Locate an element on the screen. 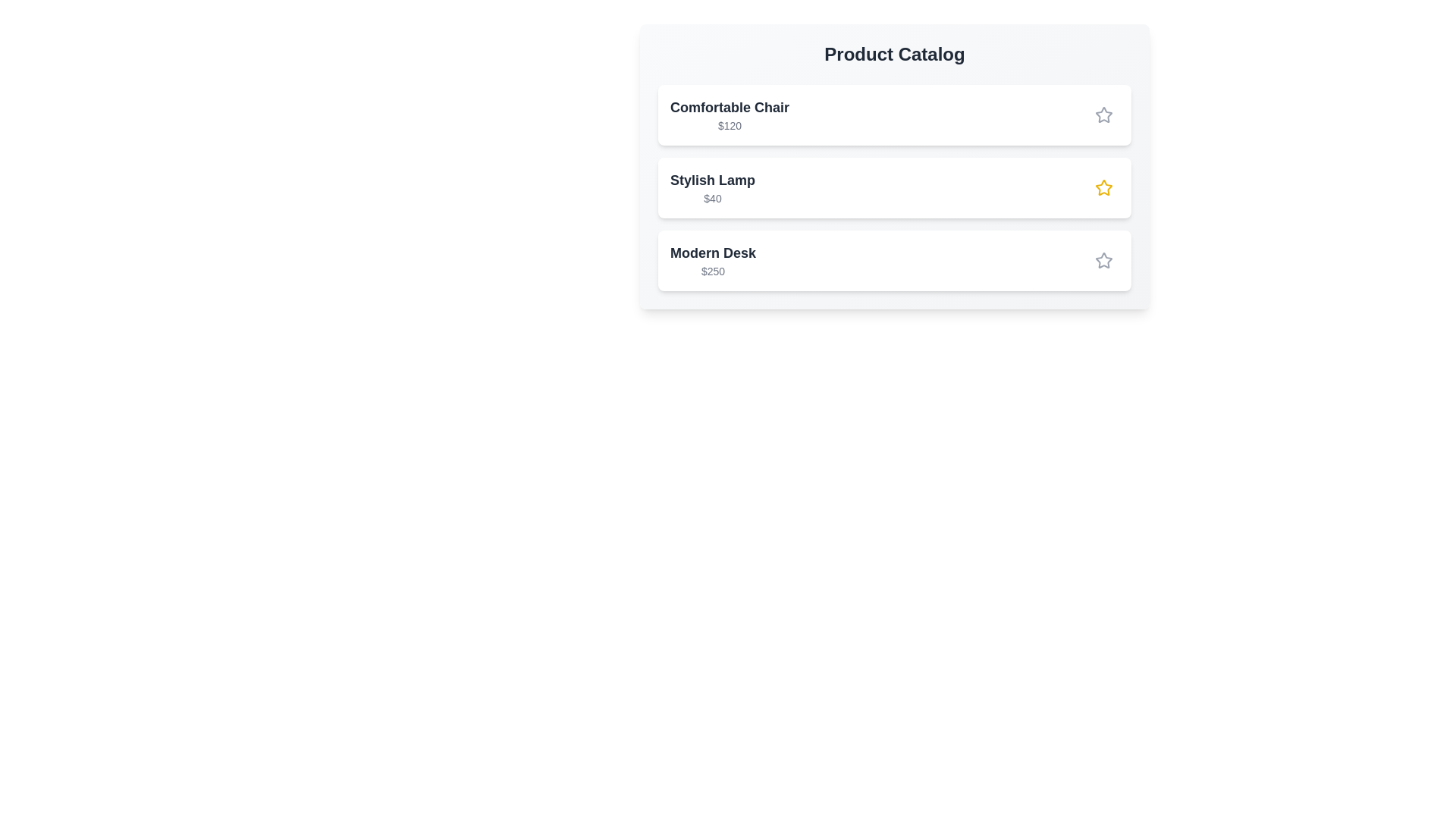  star icon for the product with name Comfortable Chair to toggle its featured state is located at coordinates (1103, 114).